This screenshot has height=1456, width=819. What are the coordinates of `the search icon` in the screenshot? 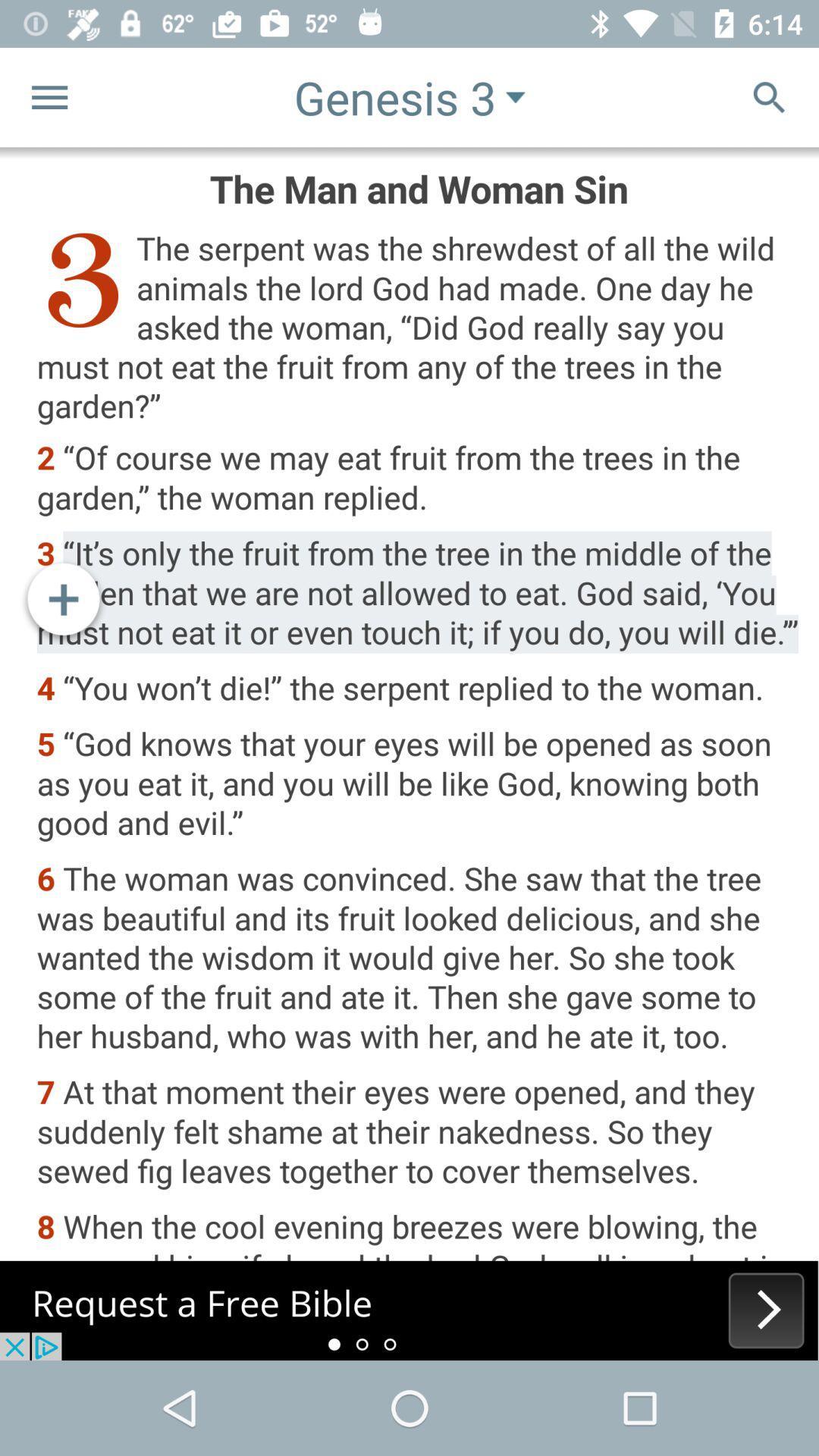 It's located at (769, 96).